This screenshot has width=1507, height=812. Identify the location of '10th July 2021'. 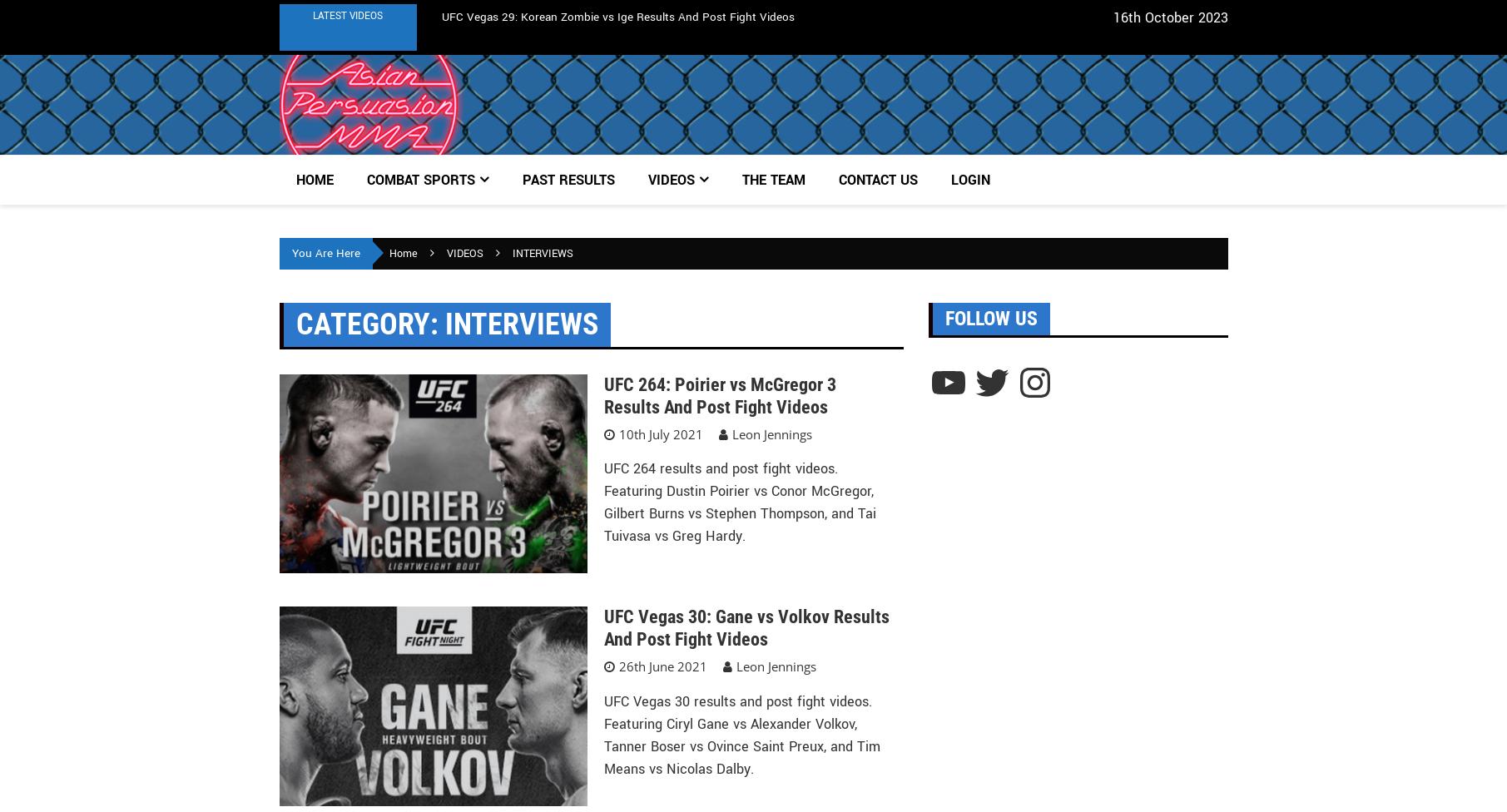
(659, 433).